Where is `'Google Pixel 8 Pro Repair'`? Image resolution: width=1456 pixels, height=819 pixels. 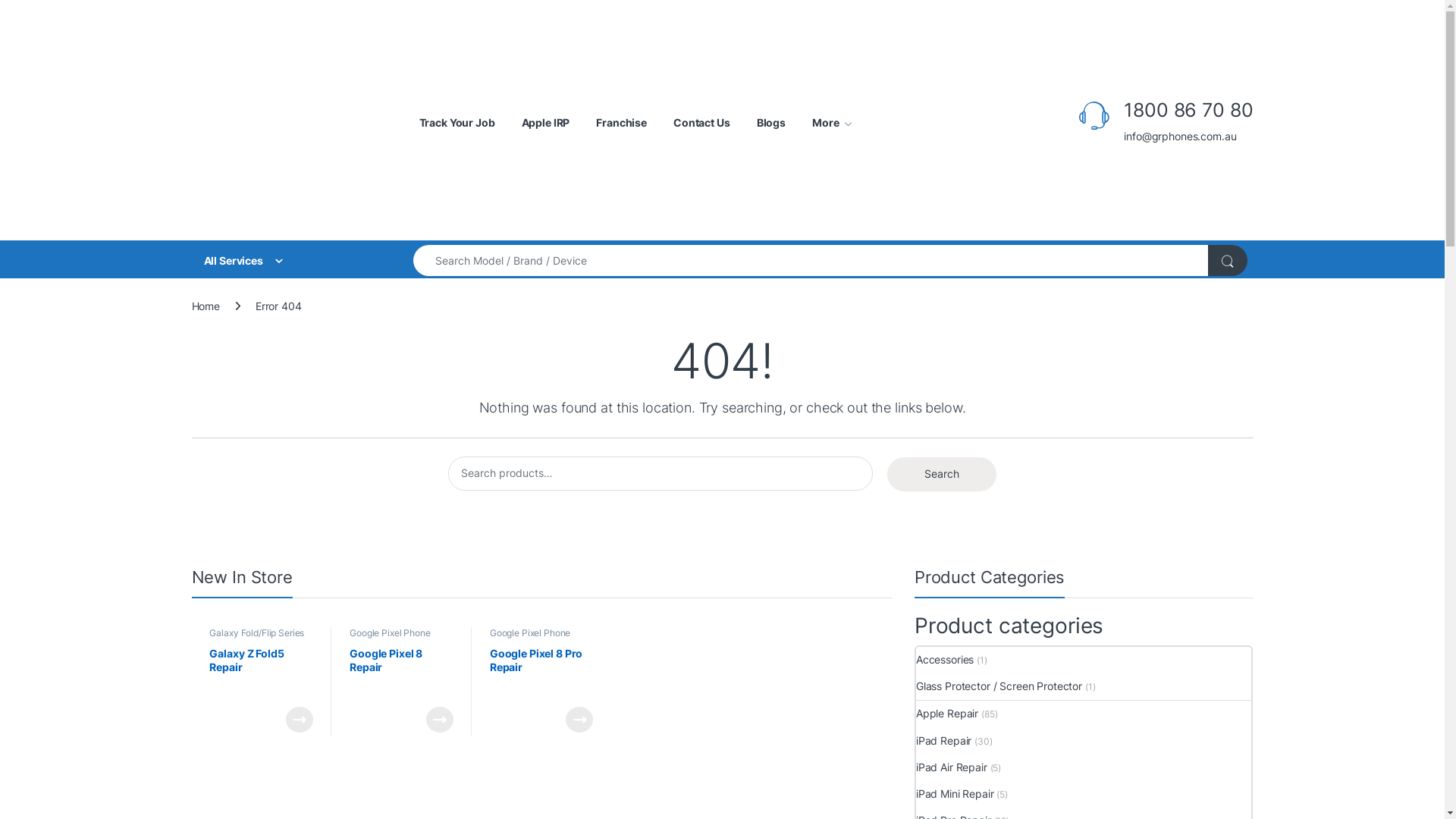
'Google Pixel 8 Pro Repair' is located at coordinates (541, 672).